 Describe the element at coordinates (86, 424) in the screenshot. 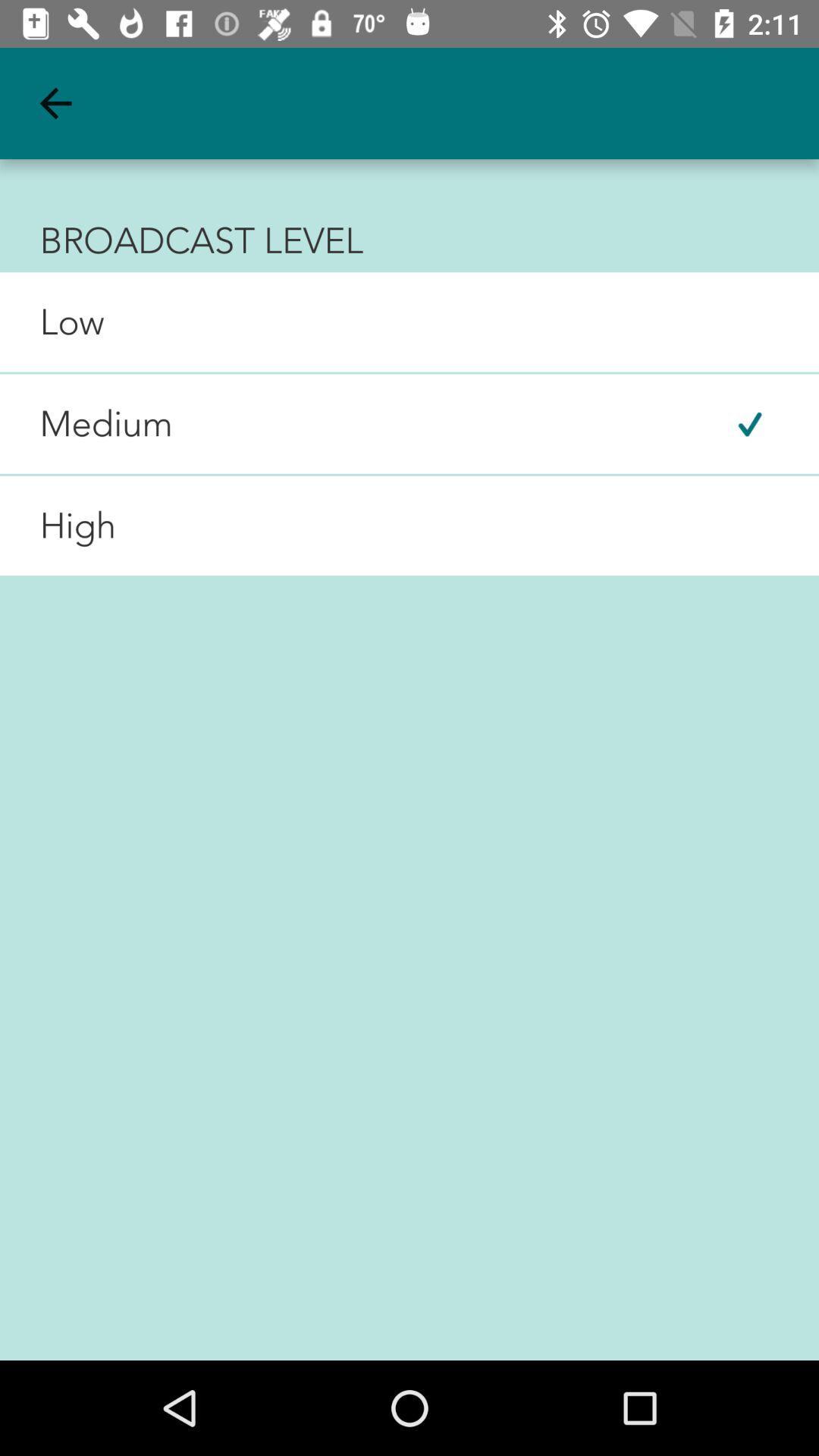

I see `medium` at that location.